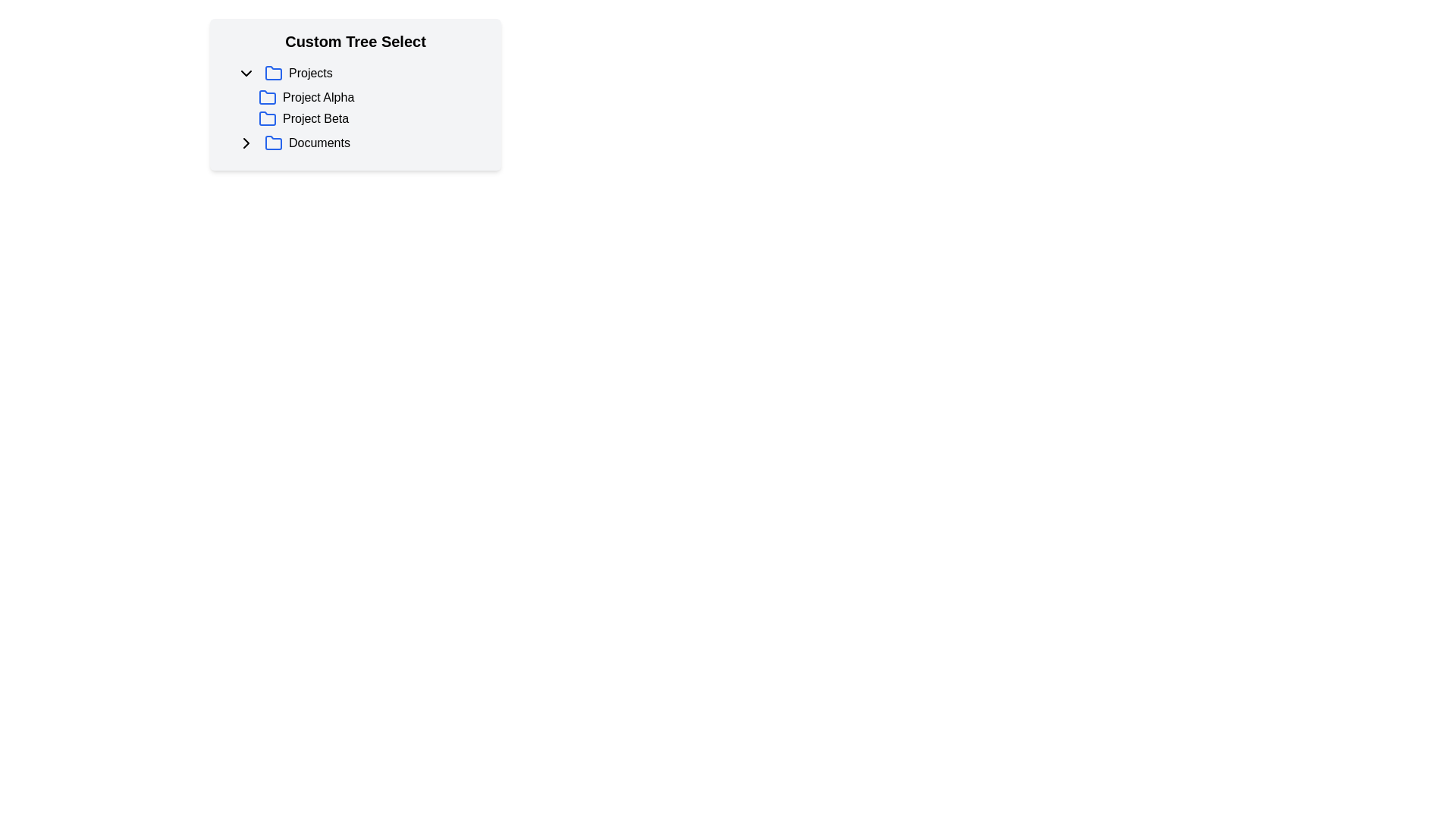 Image resolution: width=1456 pixels, height=819 pixels. Describe the element at coordinates (355, 43) in the screenshot. I see `the 'Custom Tree Select' text label, which is styled with bold and large font size and is positioned at the top of its section` at that location.